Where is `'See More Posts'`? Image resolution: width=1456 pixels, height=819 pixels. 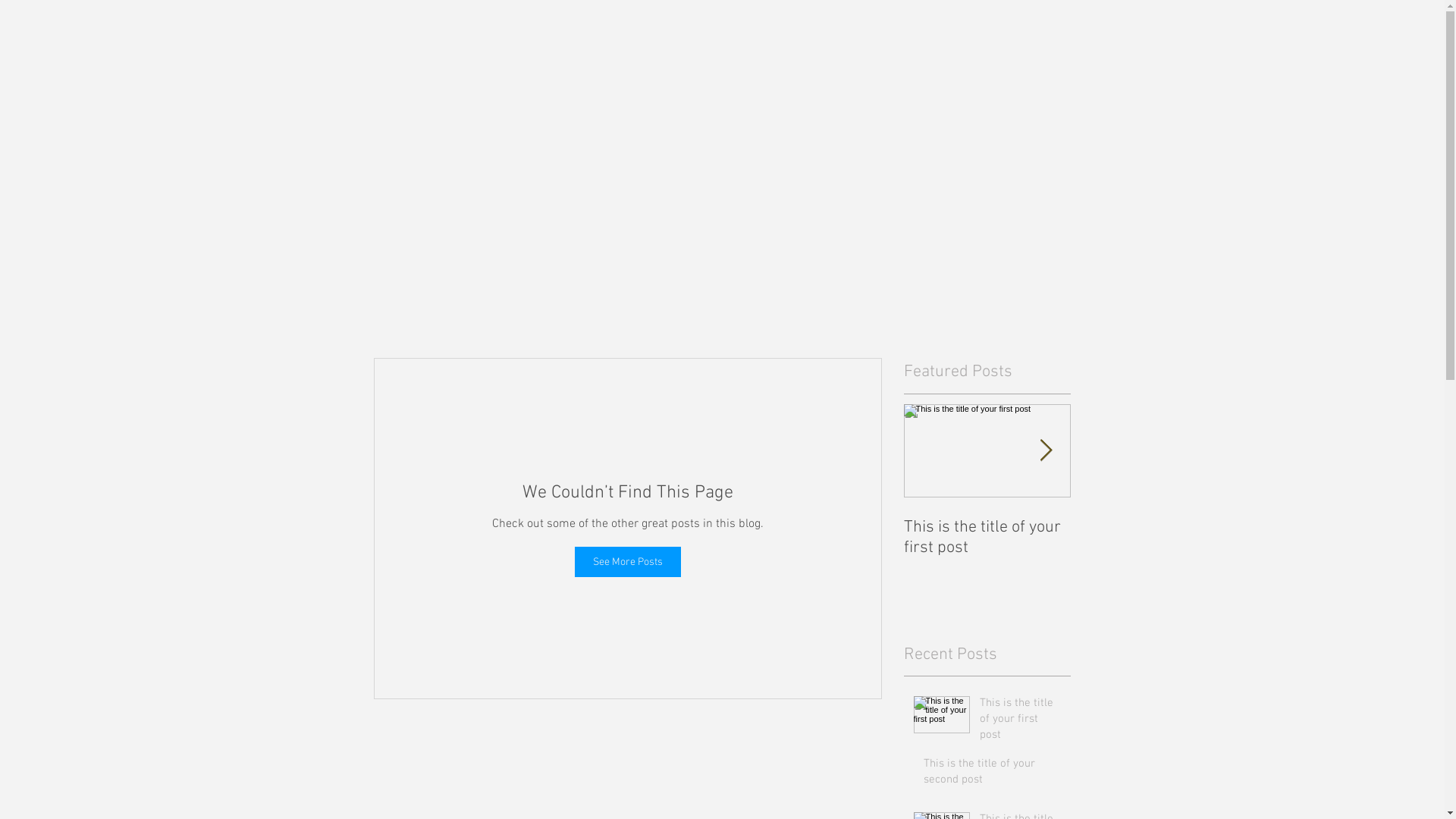
'See More Posts' is located at coordinates (628, 561).